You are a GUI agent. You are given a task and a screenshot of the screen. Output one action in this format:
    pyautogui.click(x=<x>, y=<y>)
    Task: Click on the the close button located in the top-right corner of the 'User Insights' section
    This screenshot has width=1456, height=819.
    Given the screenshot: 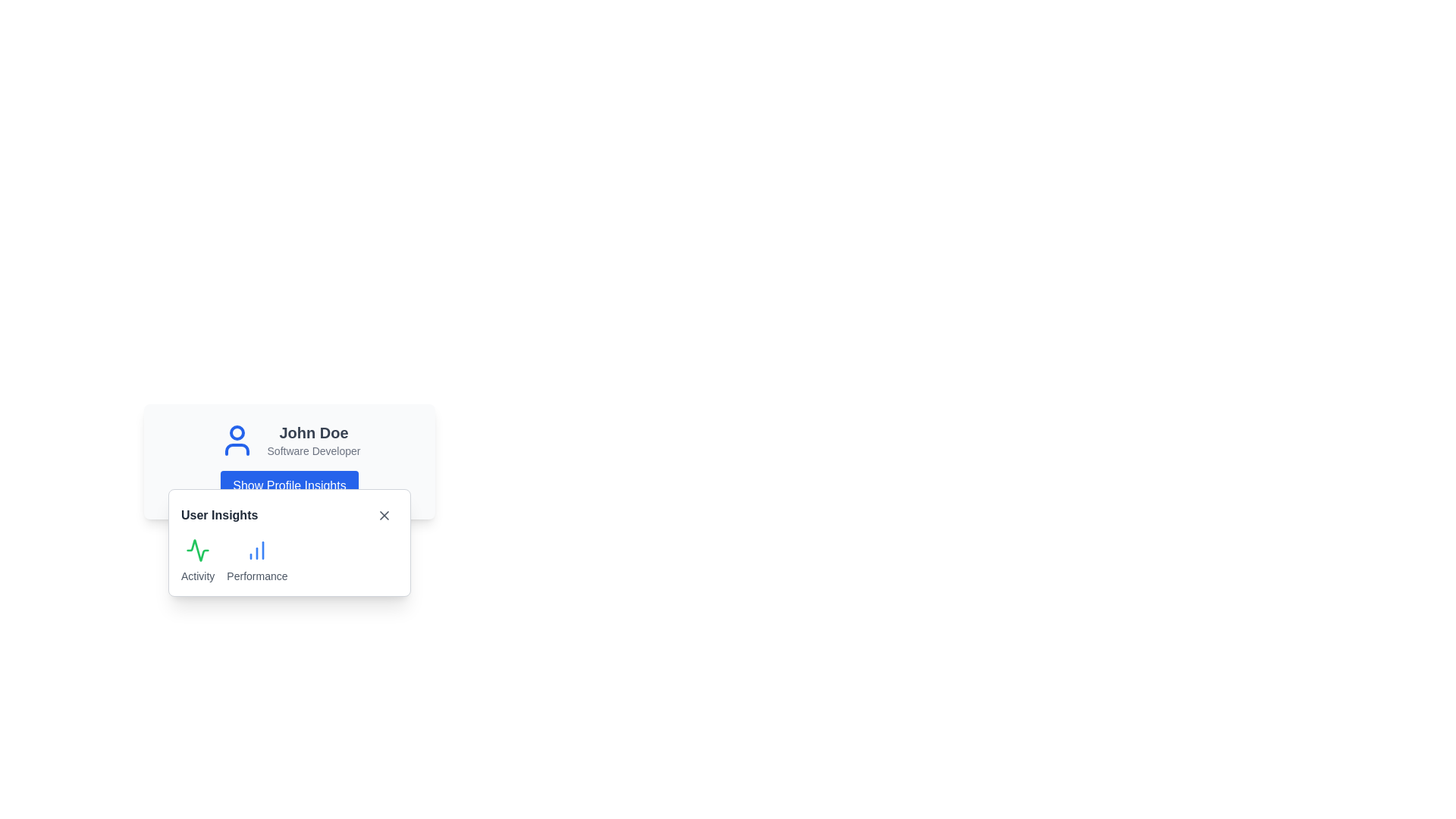 What is the action you would take?
    pyautogui.click(x=384, y=514)
    